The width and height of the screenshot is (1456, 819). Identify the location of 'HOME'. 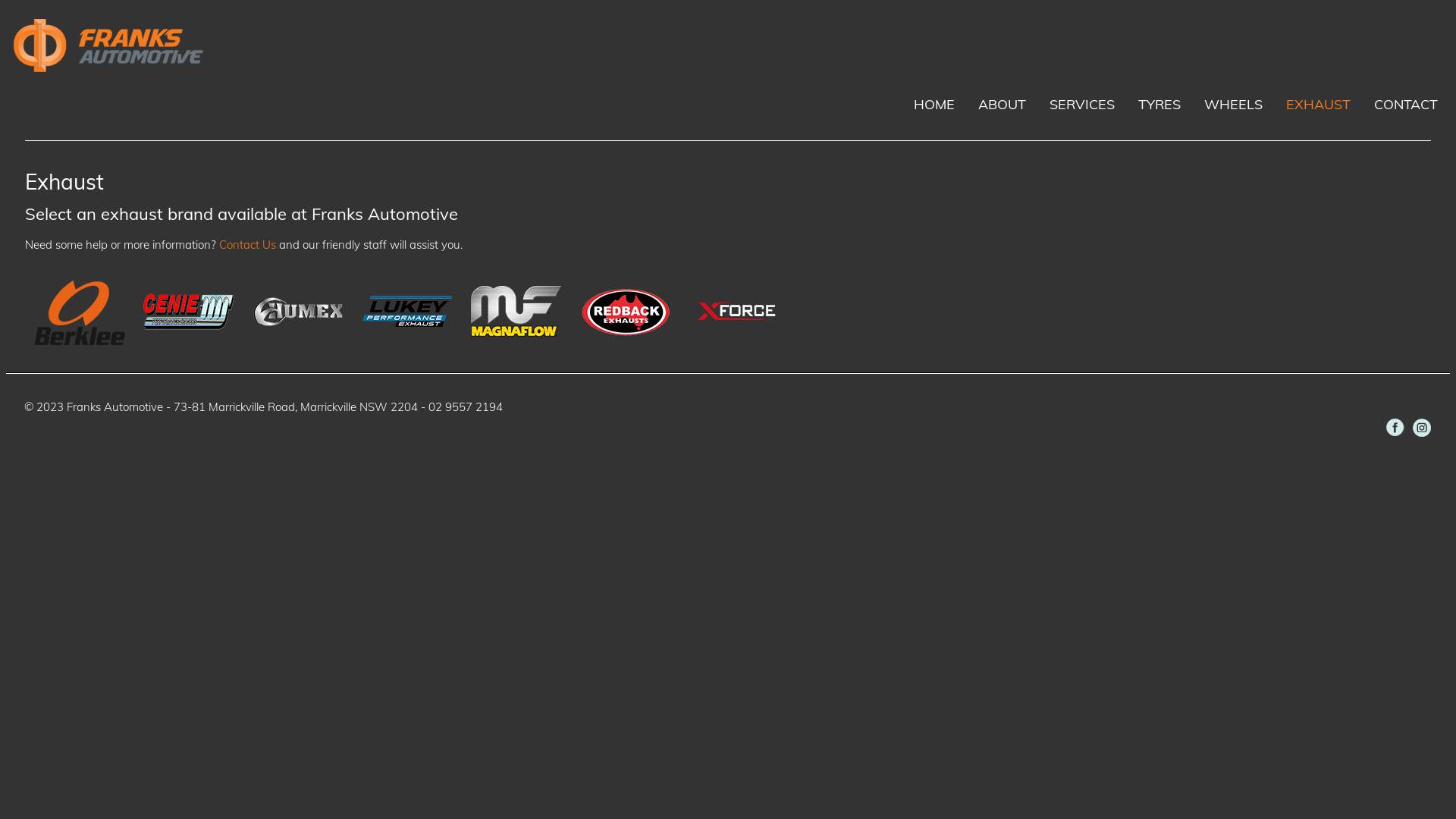
(934, 103).